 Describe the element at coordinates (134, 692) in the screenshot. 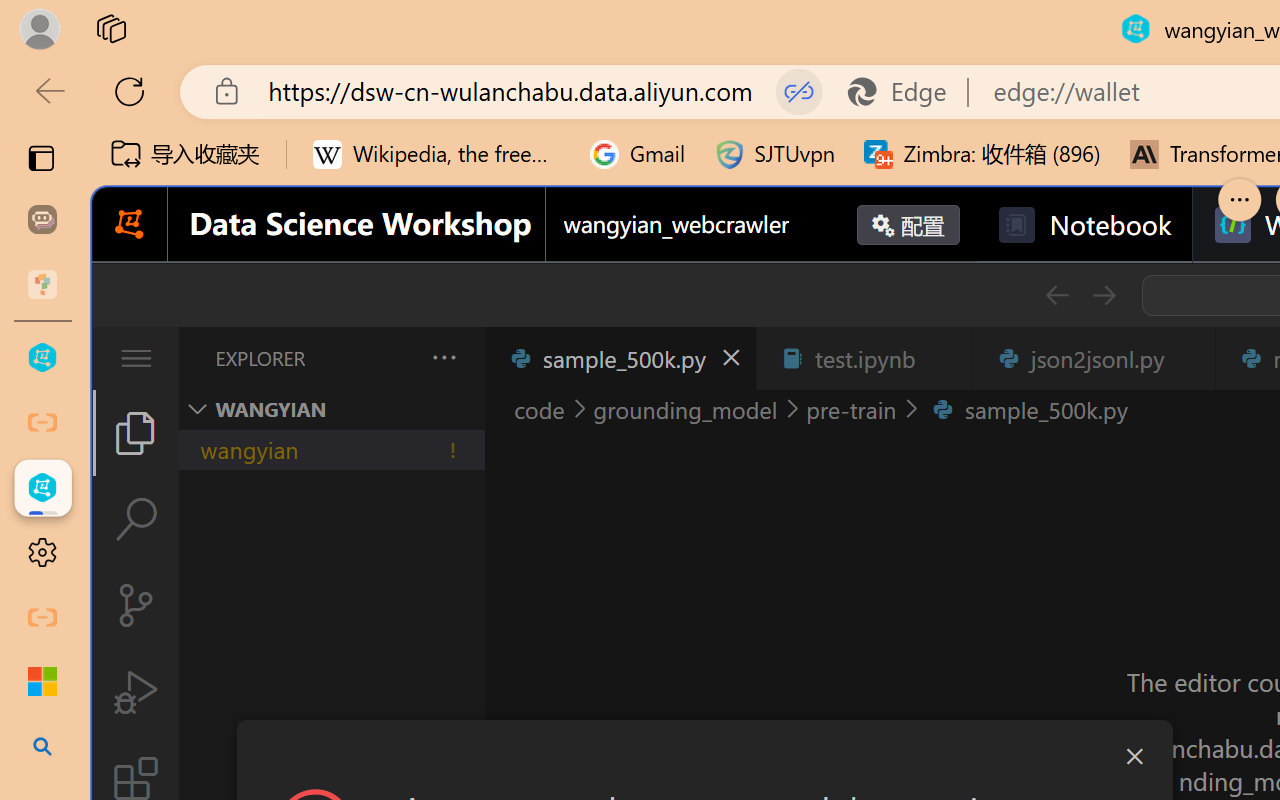

I see `'Run and Debug (Ctrl+Shift+D)'` at that location.